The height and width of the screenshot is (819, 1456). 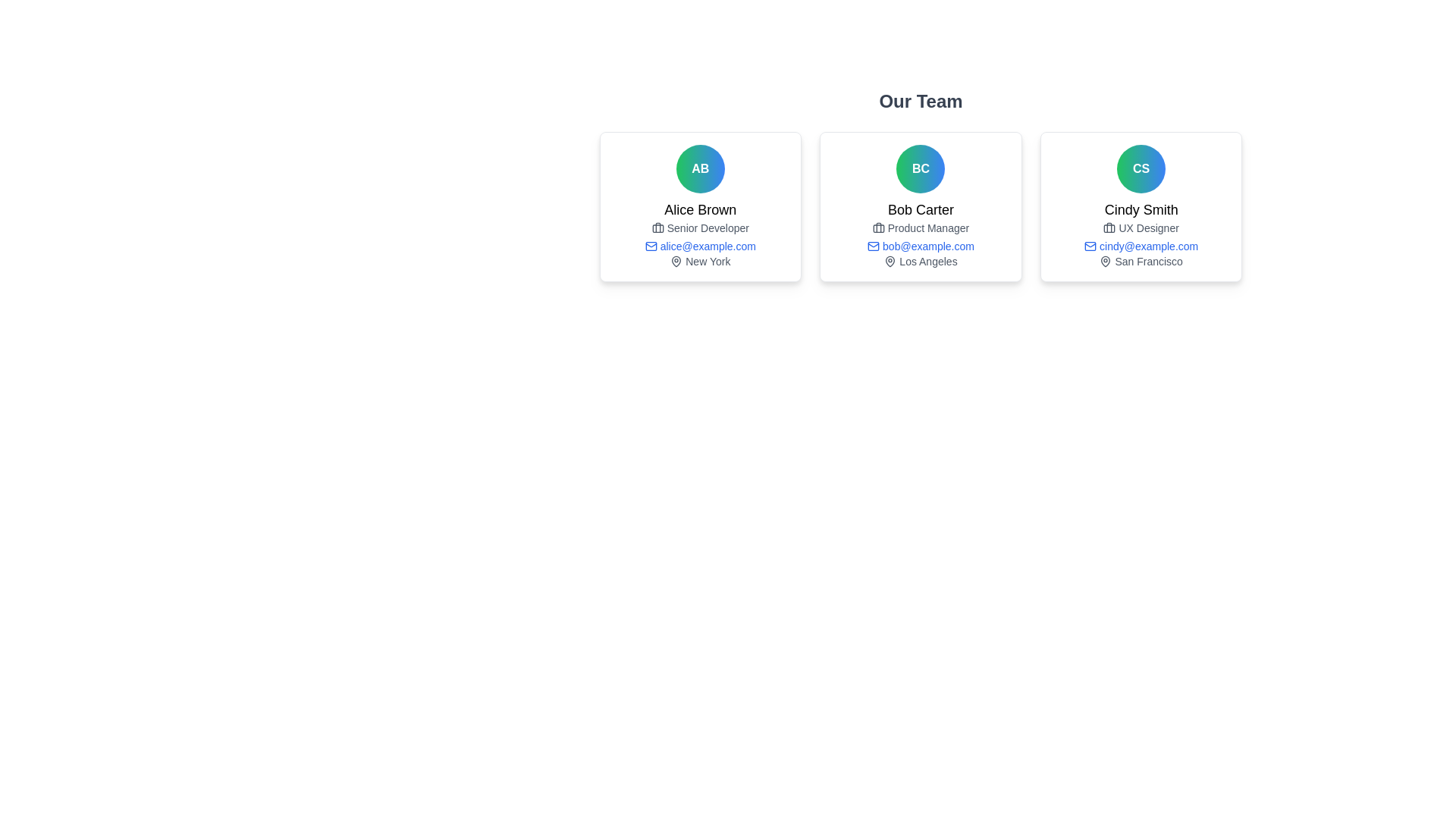 What do you see at coordinates (699, 227) in the screenshot?
I see `the 'Senior Developer' label which is located below Alice Brown's name and above the email address in the left card of a three-card layout` at bounding box center [699, 227].